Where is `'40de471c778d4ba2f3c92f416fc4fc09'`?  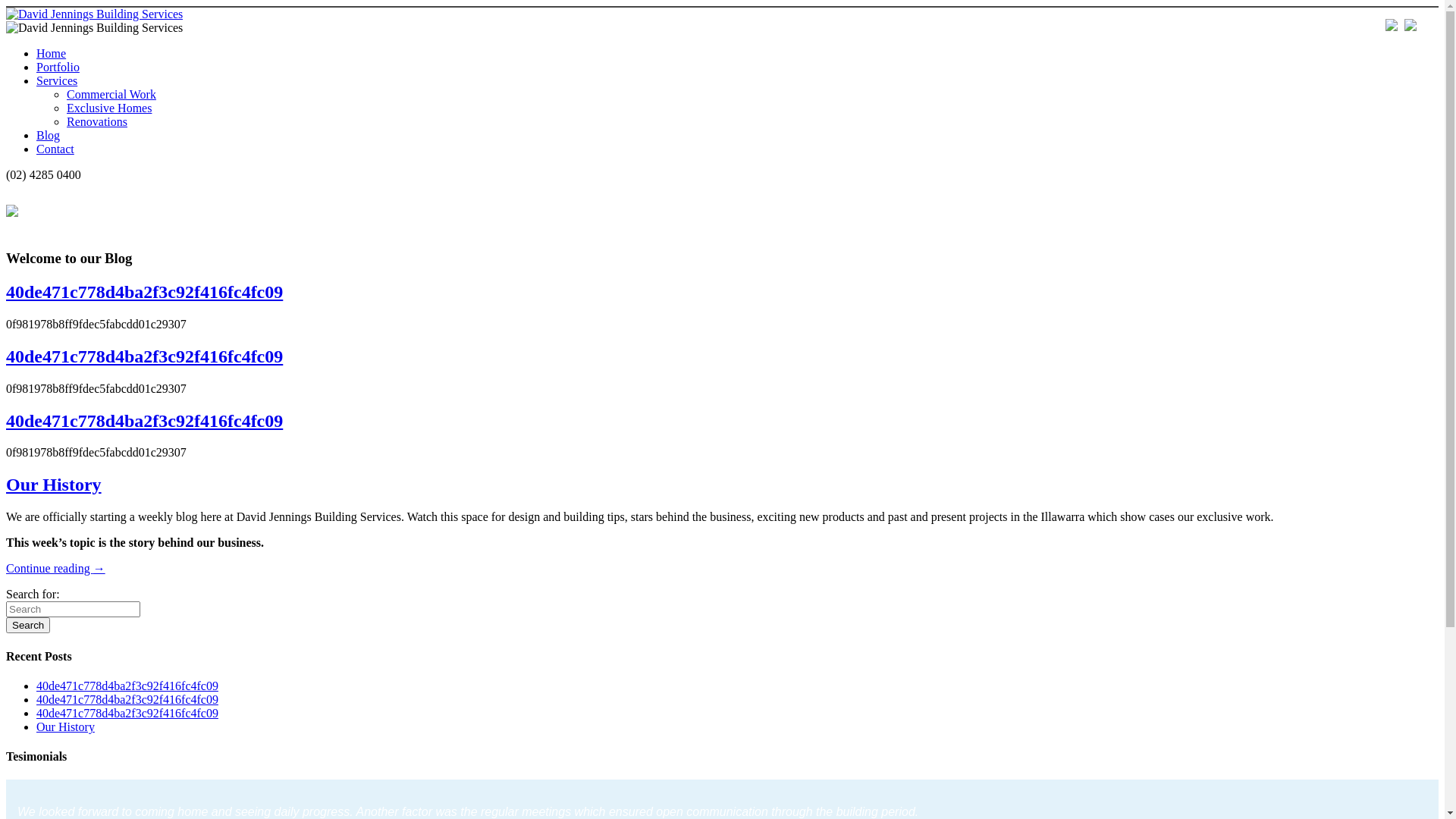
'40de471c778d4ba2f3c92f416fc4fc09' is located at coordinates (127, 686).